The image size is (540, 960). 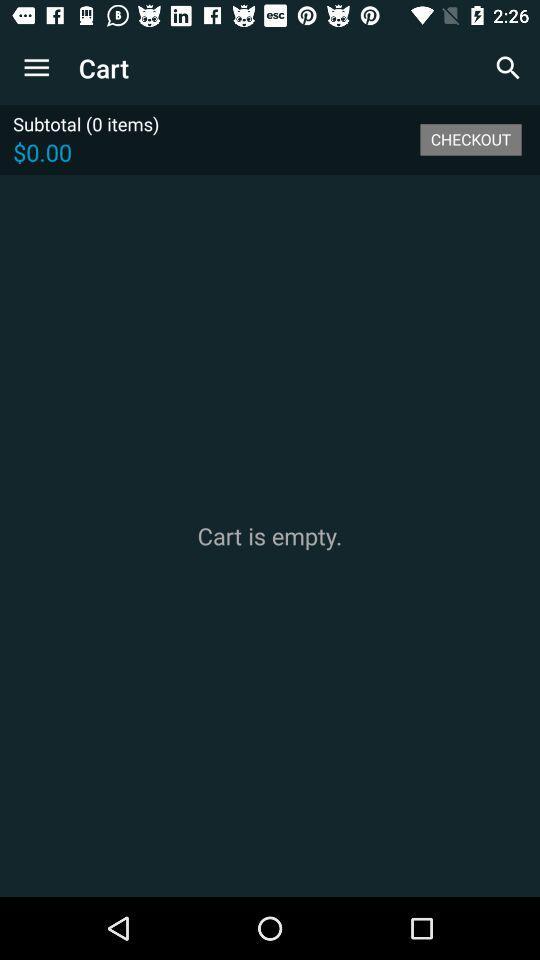 I want to click on the icon next to the subtotal (0 items) icon, so click(x=470, y=138).